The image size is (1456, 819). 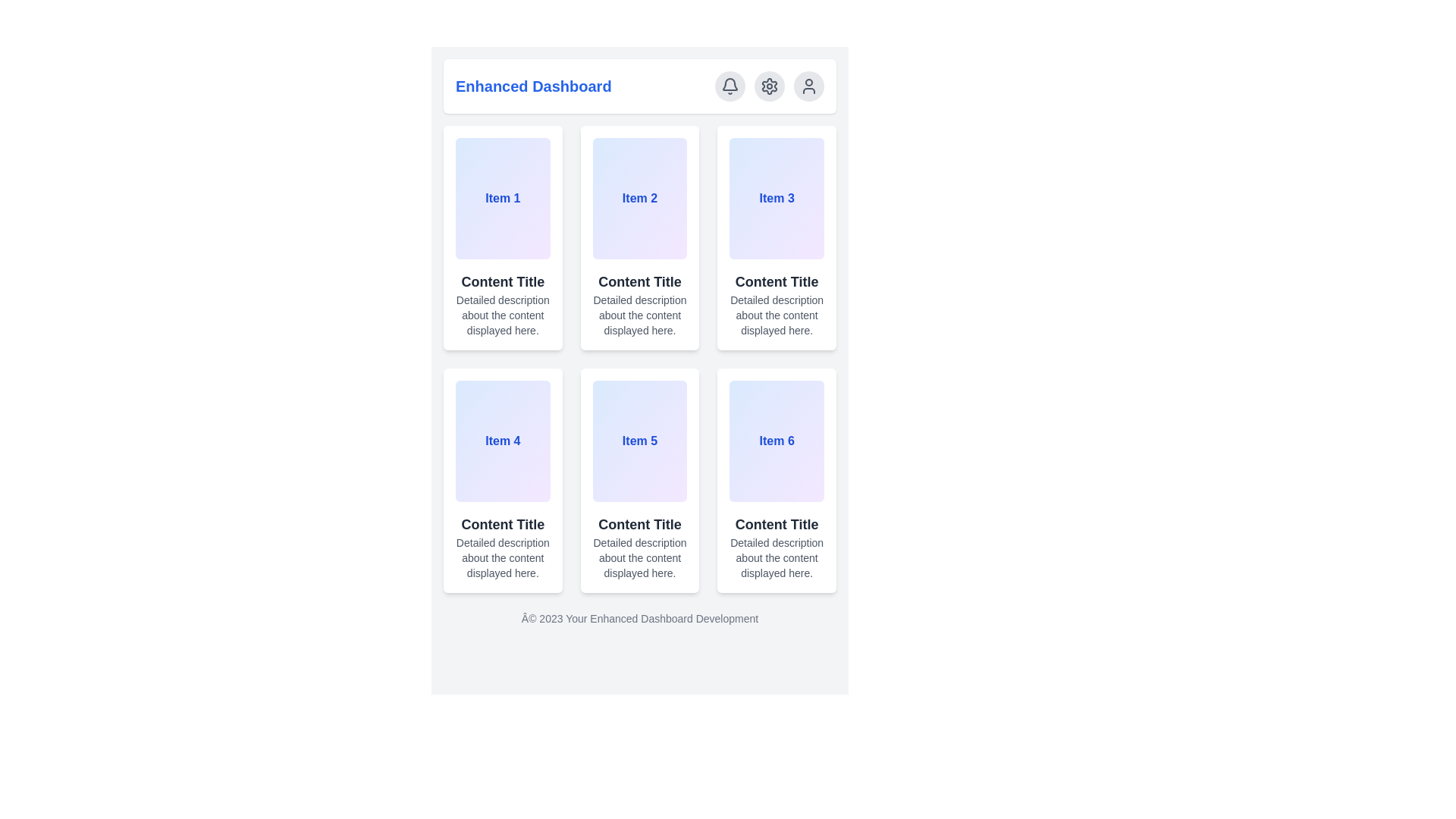 What do you see at coordinates (777, 441) in the screenshot?
I see `the informational Text label located in the lower-right card of a 3x2 grid layout, which serves as the title or identifier for its card` at bounding box center [777, 441].